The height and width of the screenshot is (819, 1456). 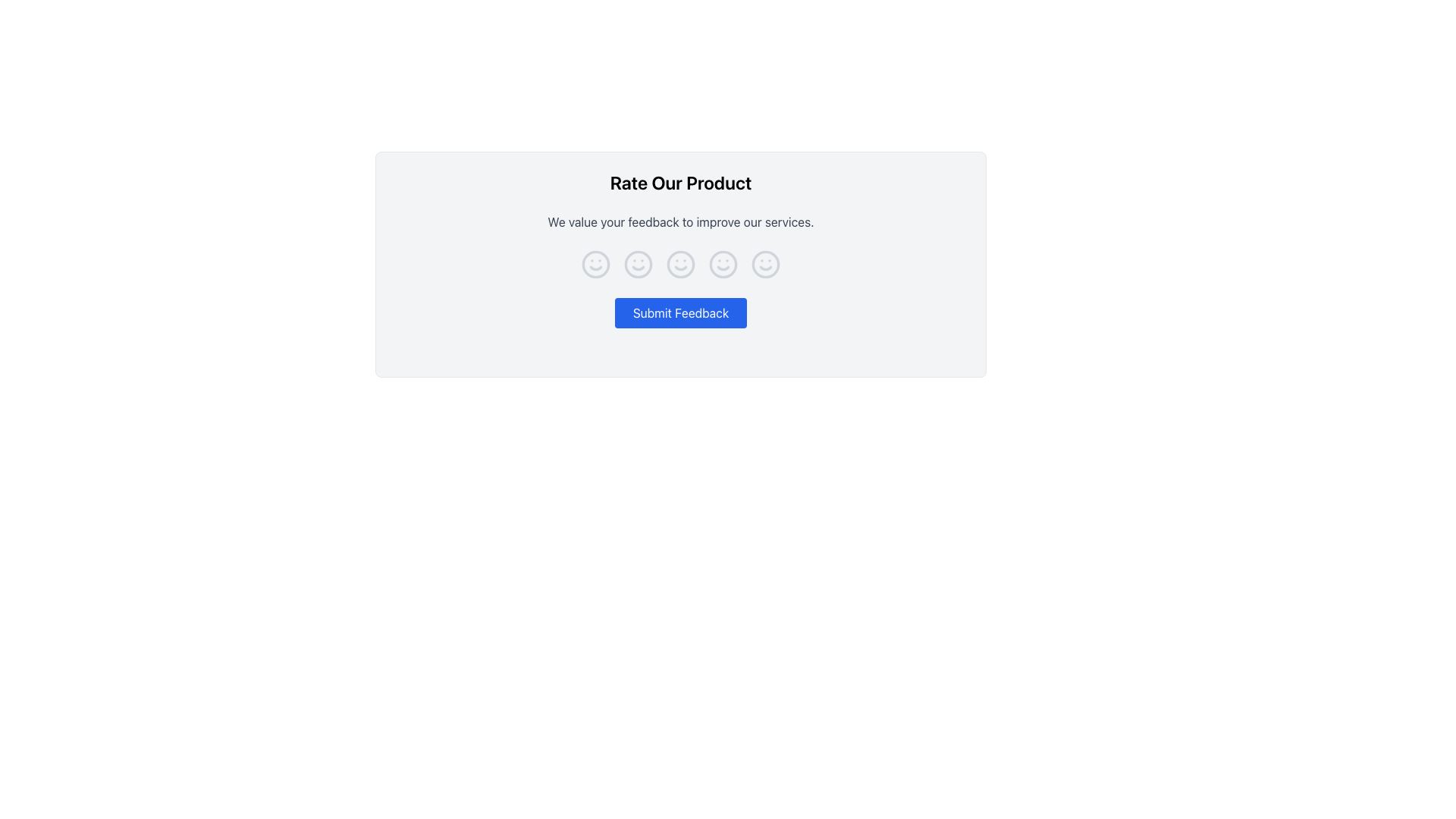 What do you see at coordinates (679, 263) in the screenshot?
I see `the neutral rating button, which is the third smiley face button in the horizontal group located below the feedback text and above the 'Submit Feedback' button` at bounding box center [679, 263].